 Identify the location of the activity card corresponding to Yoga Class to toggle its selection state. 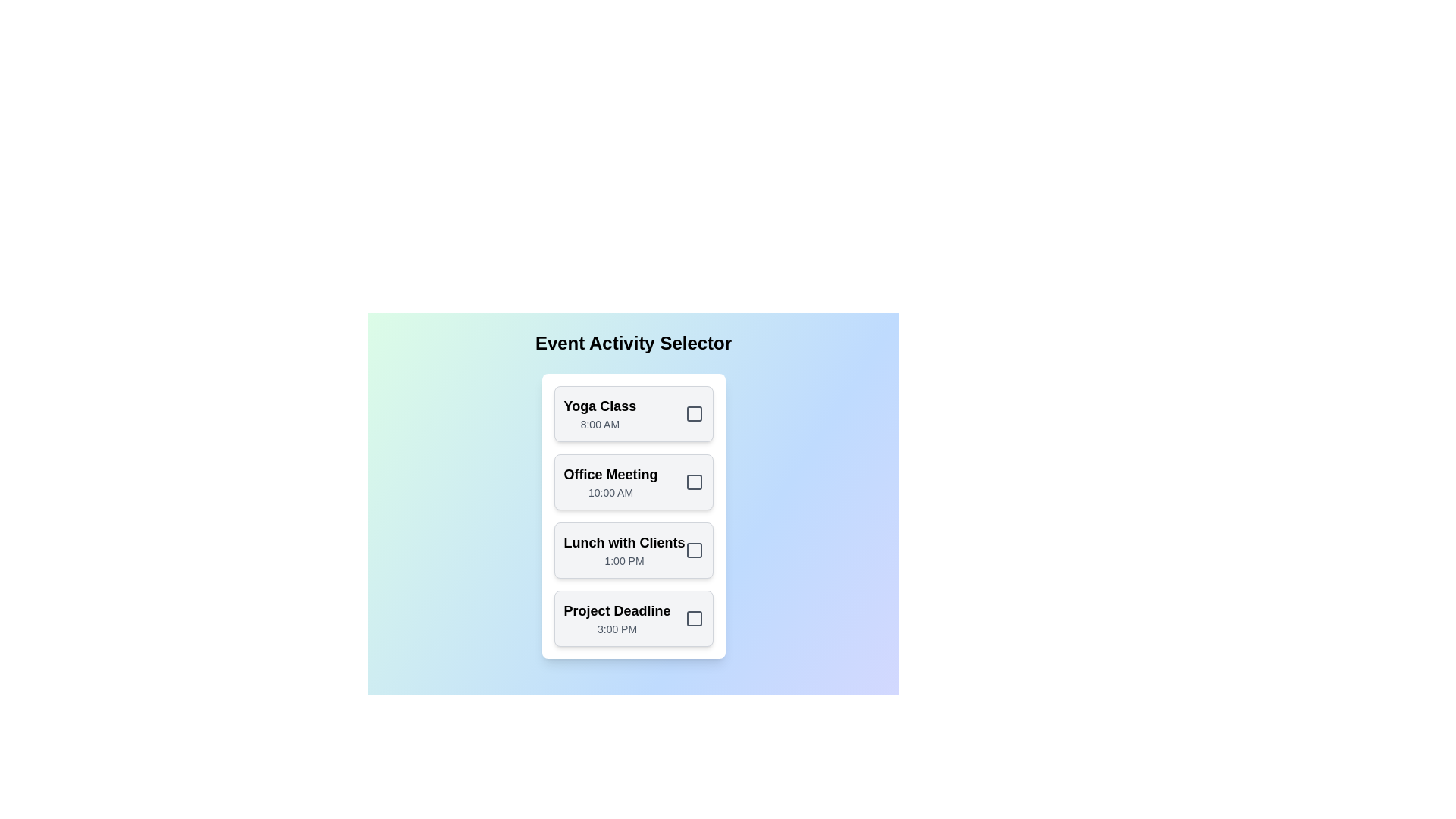
(633, 414).